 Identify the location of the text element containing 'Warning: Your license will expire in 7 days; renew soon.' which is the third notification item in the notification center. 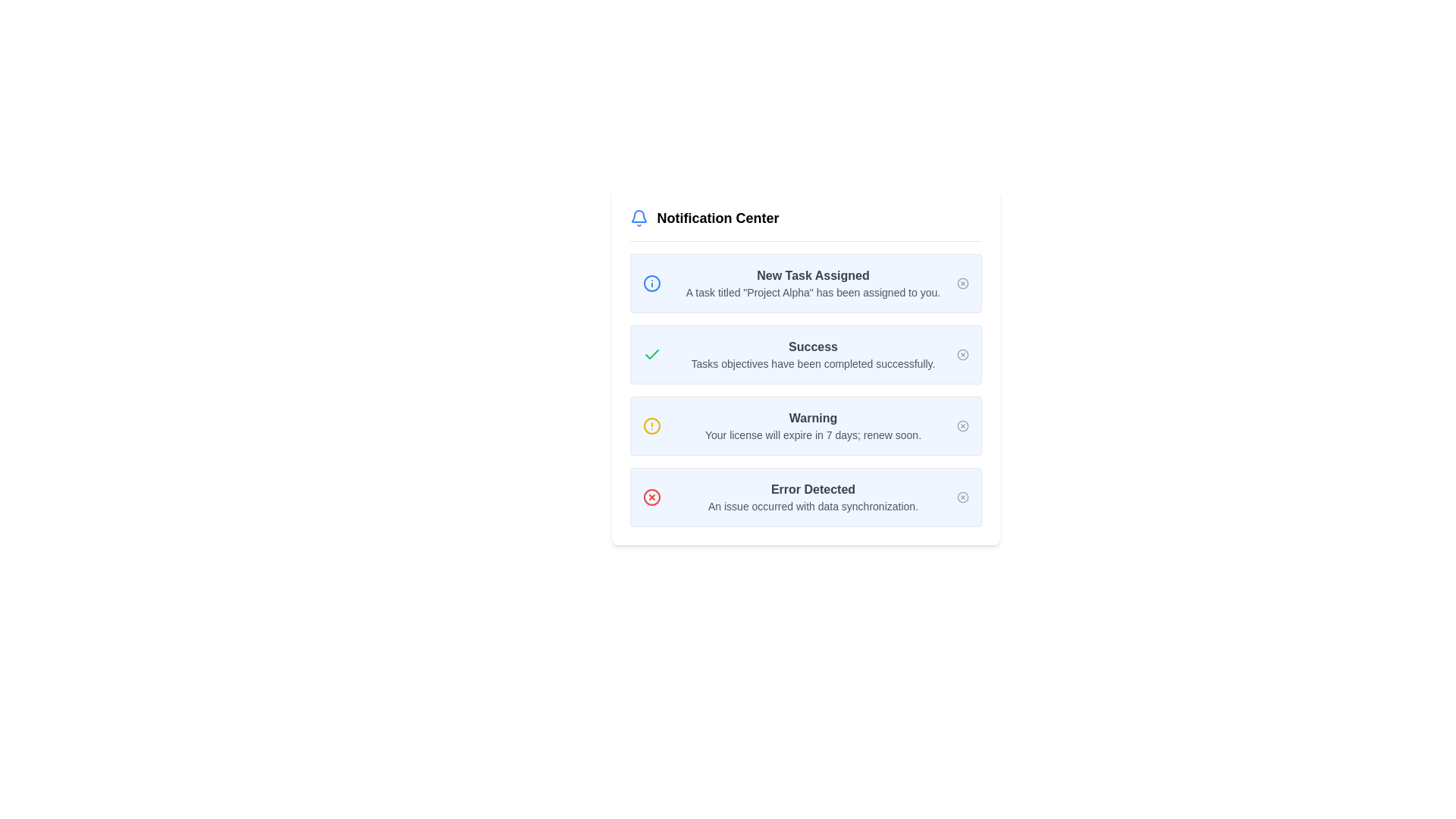
(812, 426).